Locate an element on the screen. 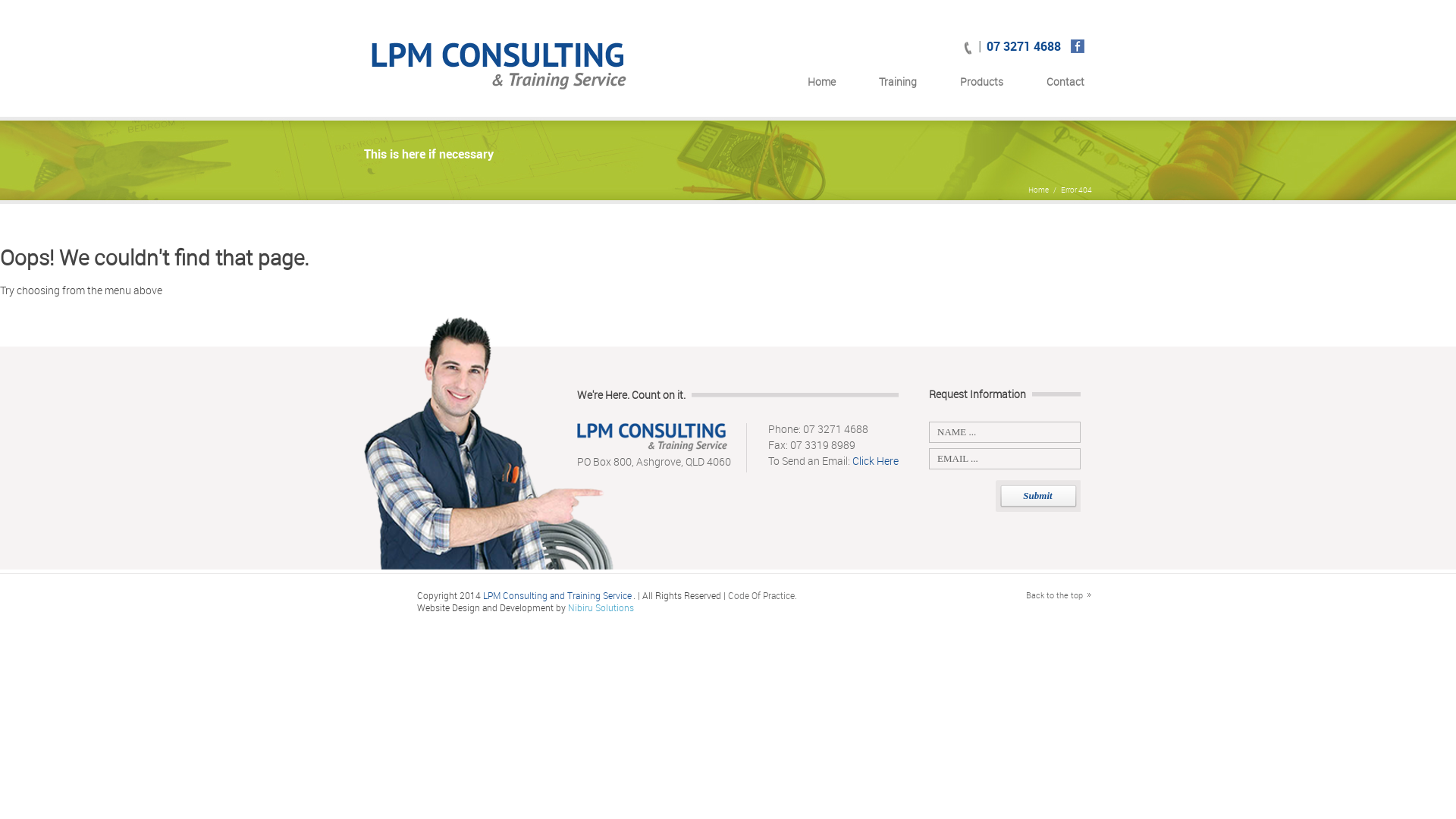  'Home' is located at coordinates (821, 85).